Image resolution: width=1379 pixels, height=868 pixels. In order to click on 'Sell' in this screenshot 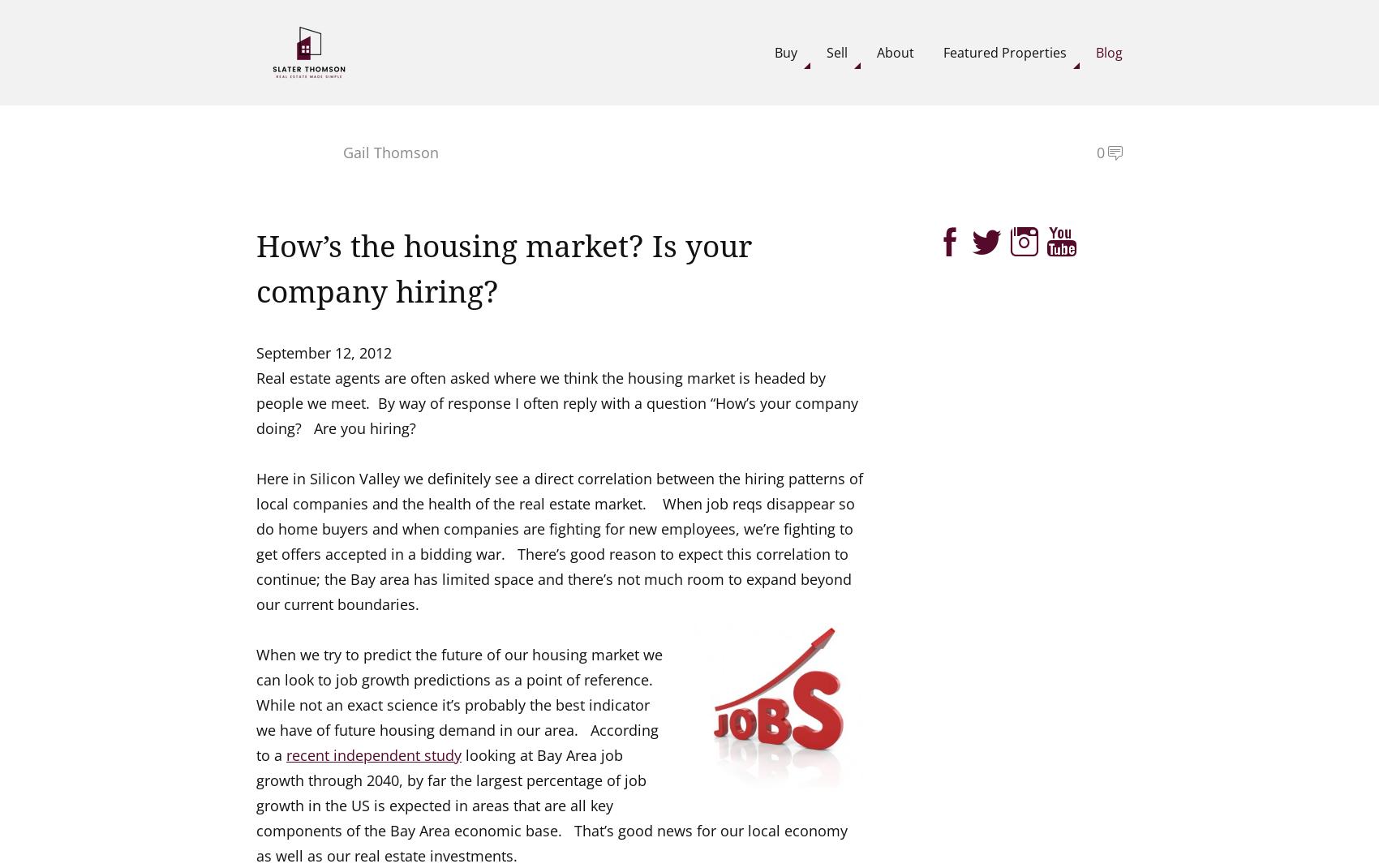, I will do `click(836, 50)`.